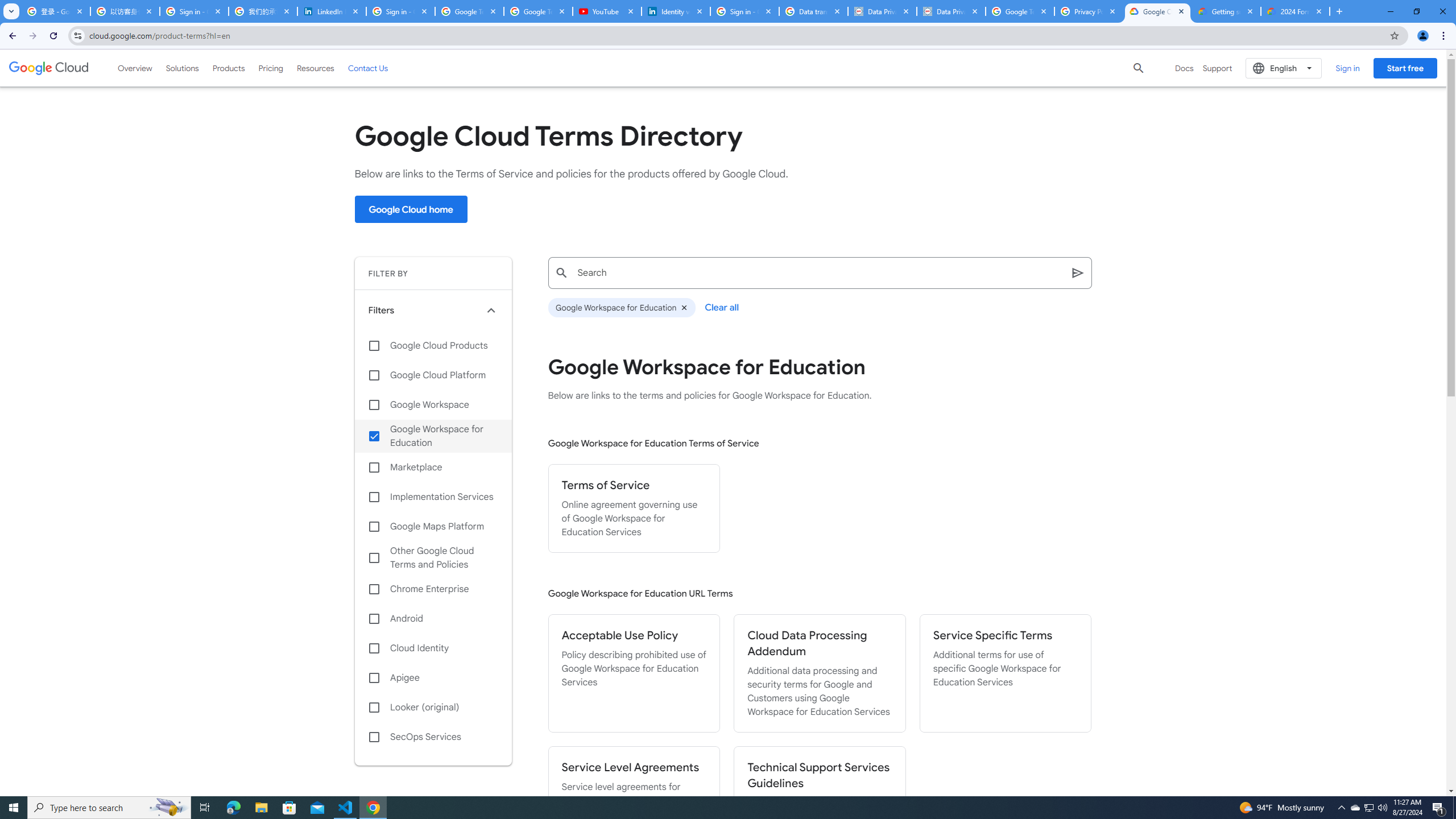 The height and width of the screenshot is (819, 1456). I want to click on 'Google Maps Platform', so click(433, 526).